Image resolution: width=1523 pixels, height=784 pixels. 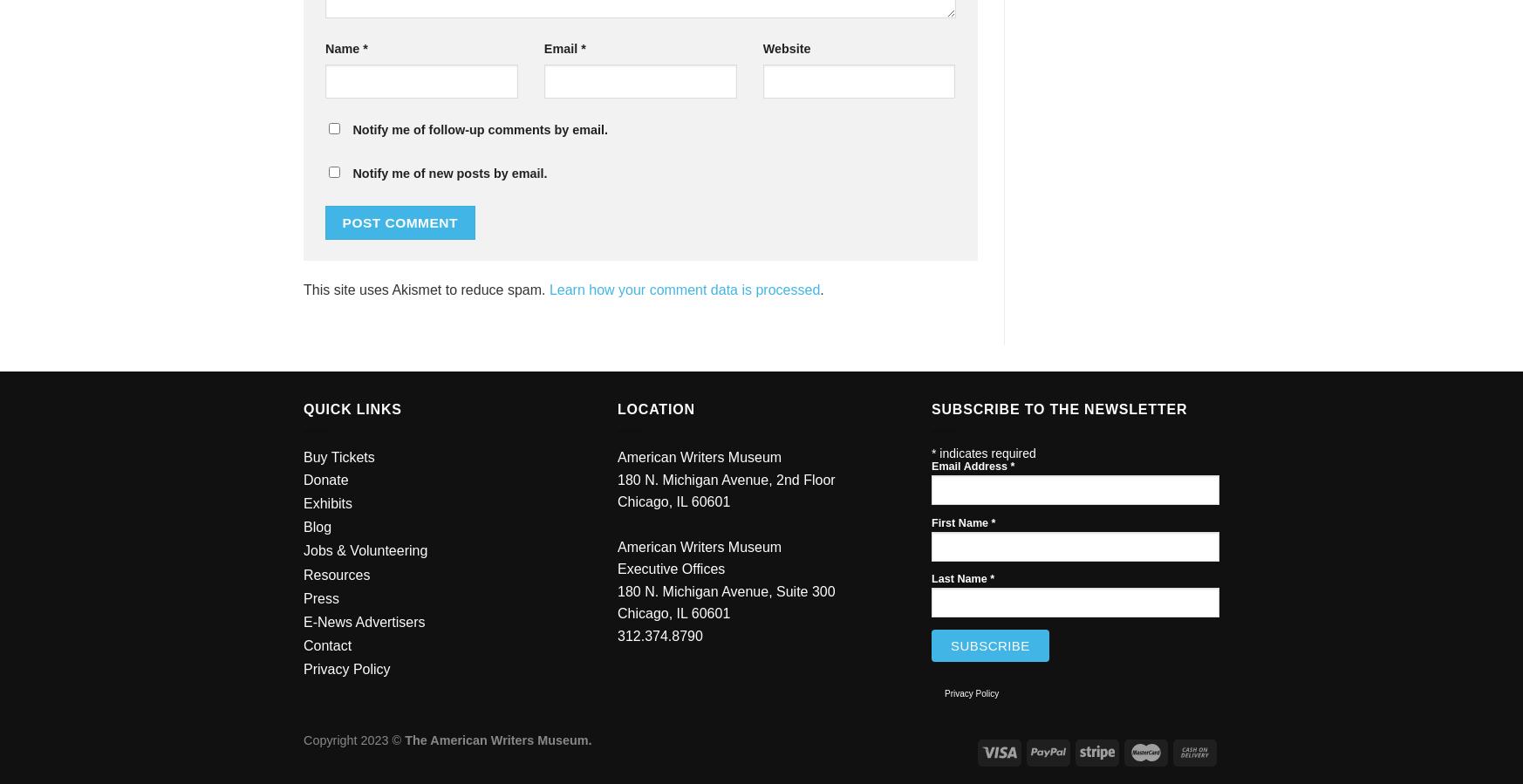 I want to click on 'Last Name', so click(x=960, y=578).